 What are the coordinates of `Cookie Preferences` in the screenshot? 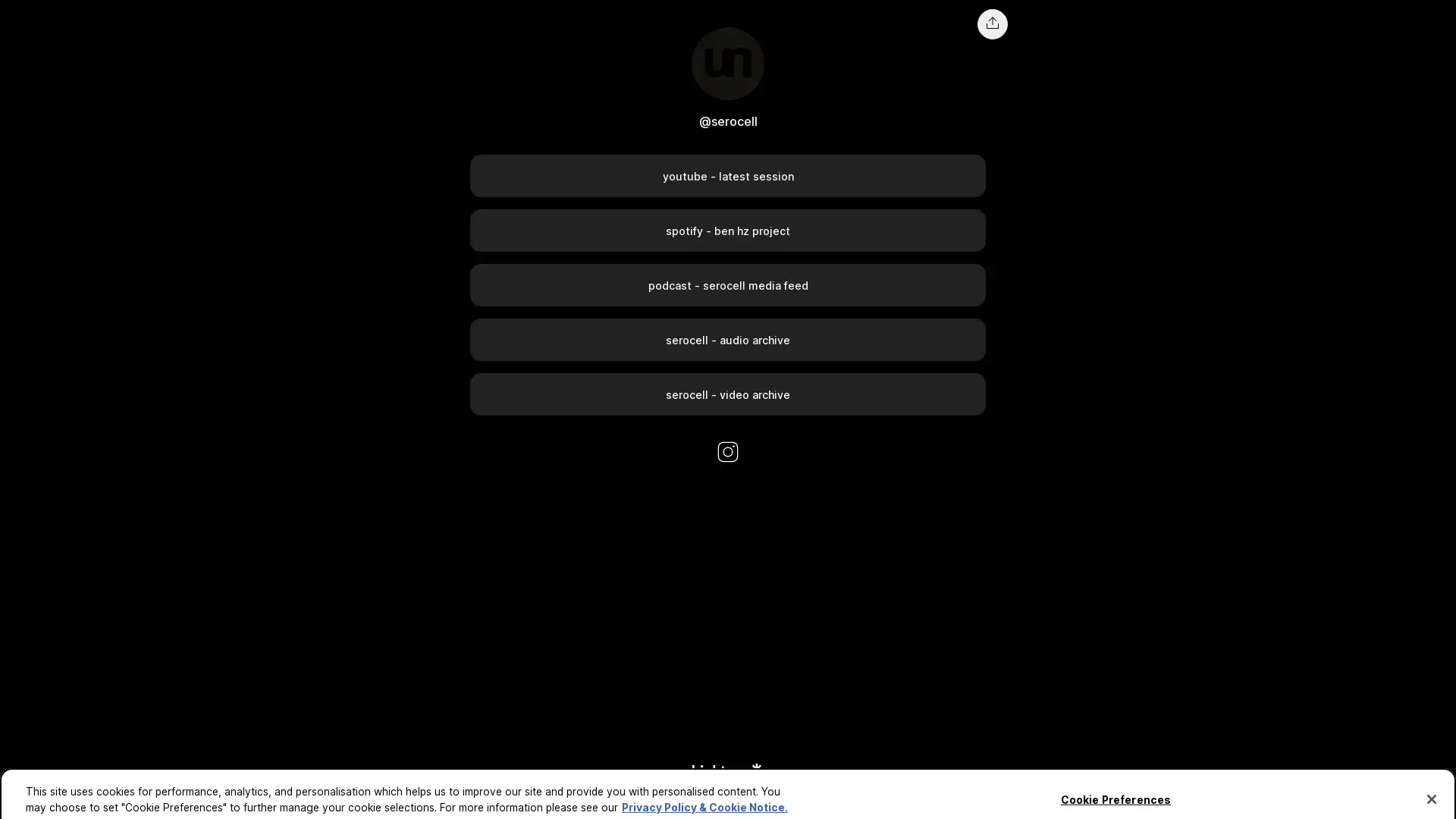 It's located at (40, 796).